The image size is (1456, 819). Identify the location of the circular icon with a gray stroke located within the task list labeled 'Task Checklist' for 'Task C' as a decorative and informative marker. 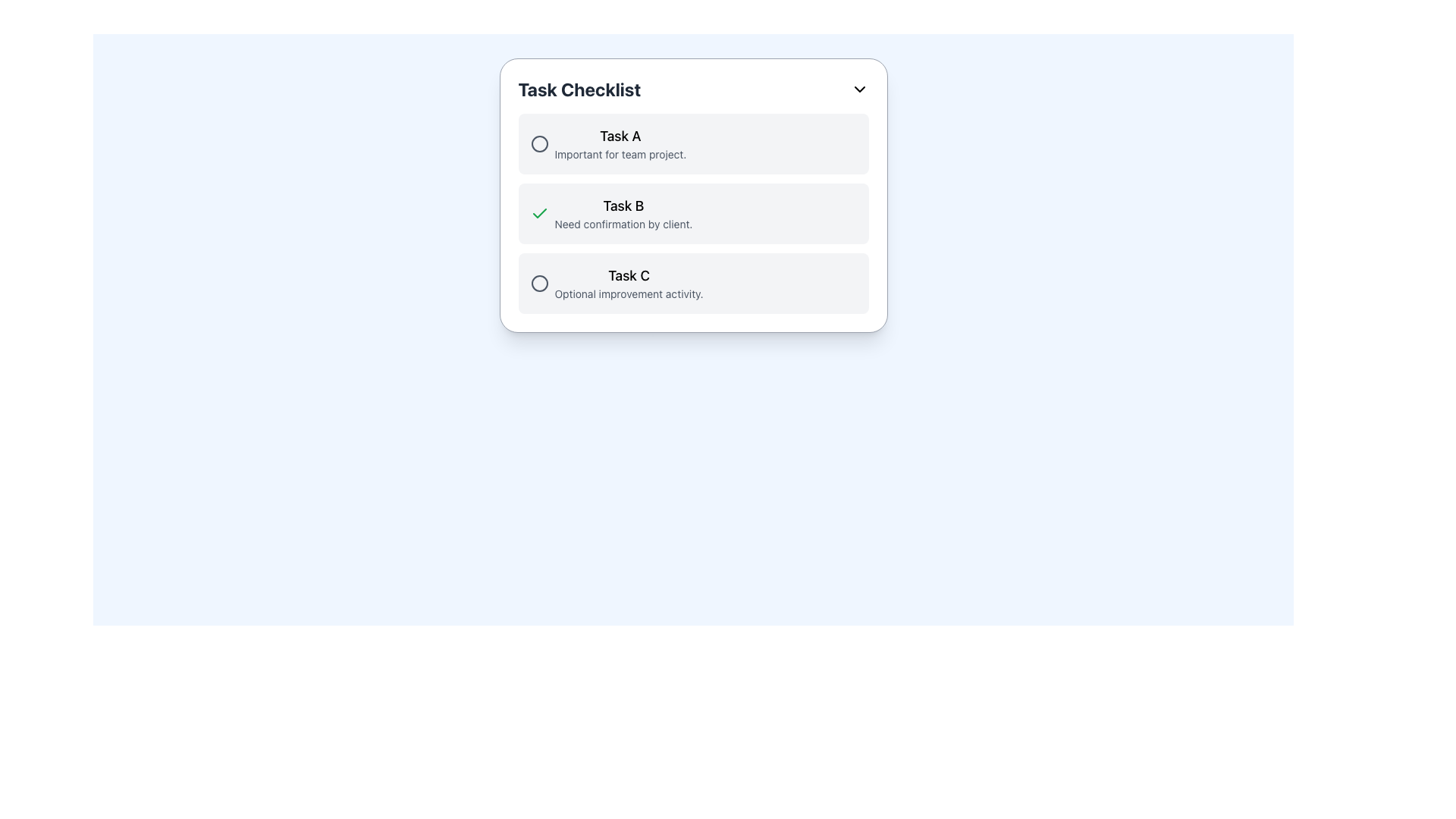
(539, 284).